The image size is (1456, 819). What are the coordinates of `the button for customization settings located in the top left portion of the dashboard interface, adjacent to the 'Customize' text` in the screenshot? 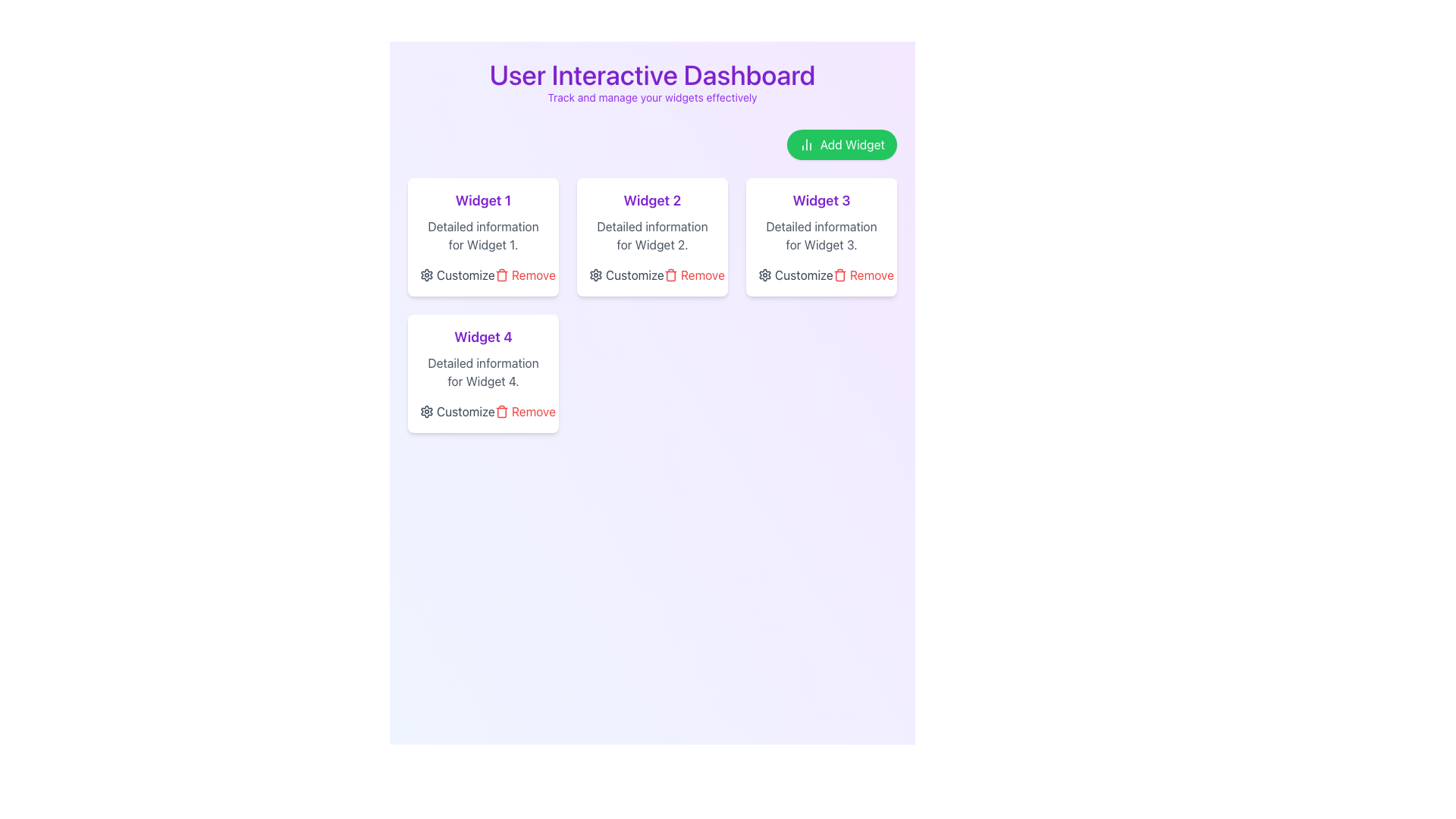 It's located at (425, 275).